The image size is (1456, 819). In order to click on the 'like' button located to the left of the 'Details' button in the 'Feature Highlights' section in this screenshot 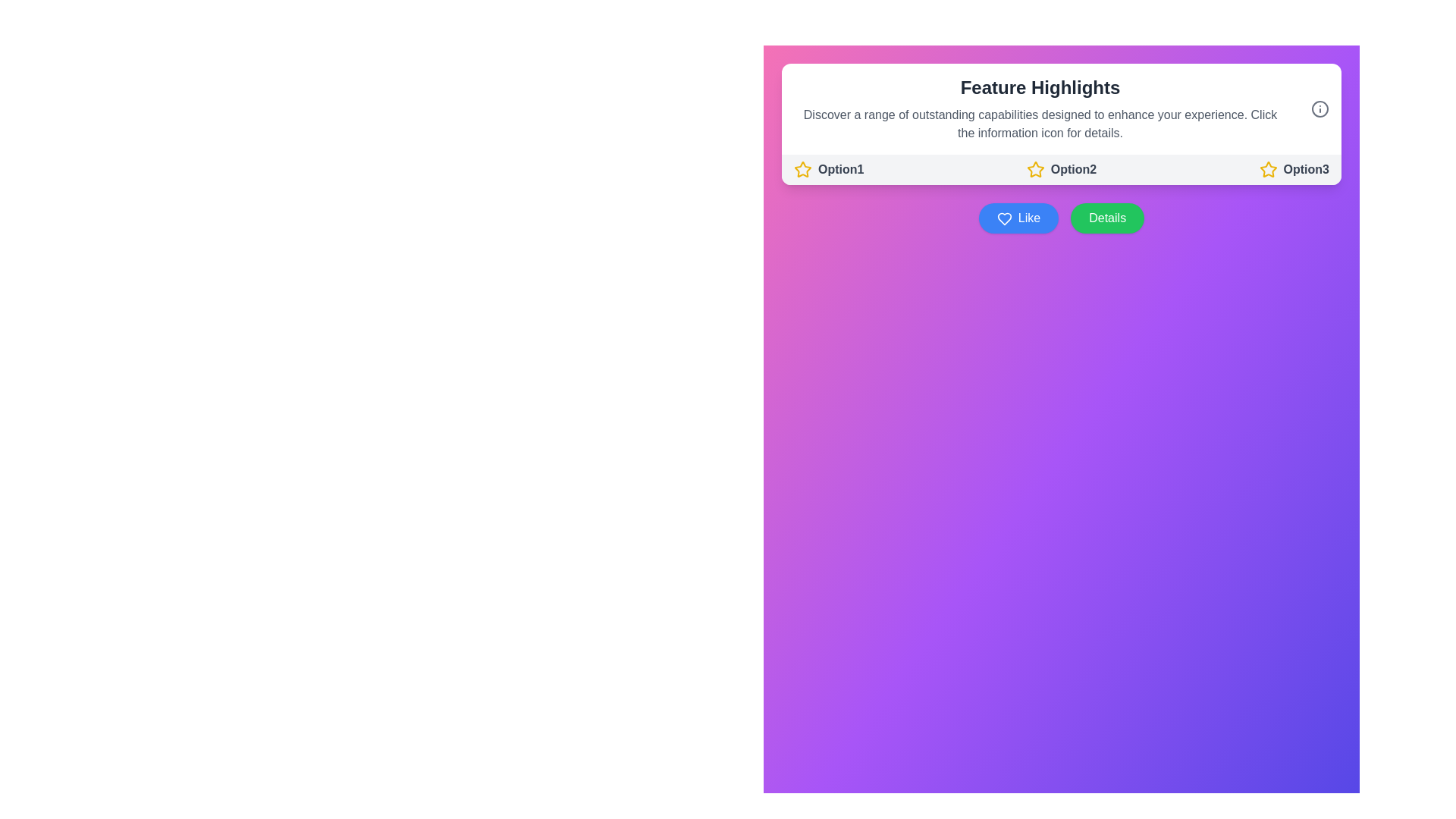, I will do `click(1018, 218)`.